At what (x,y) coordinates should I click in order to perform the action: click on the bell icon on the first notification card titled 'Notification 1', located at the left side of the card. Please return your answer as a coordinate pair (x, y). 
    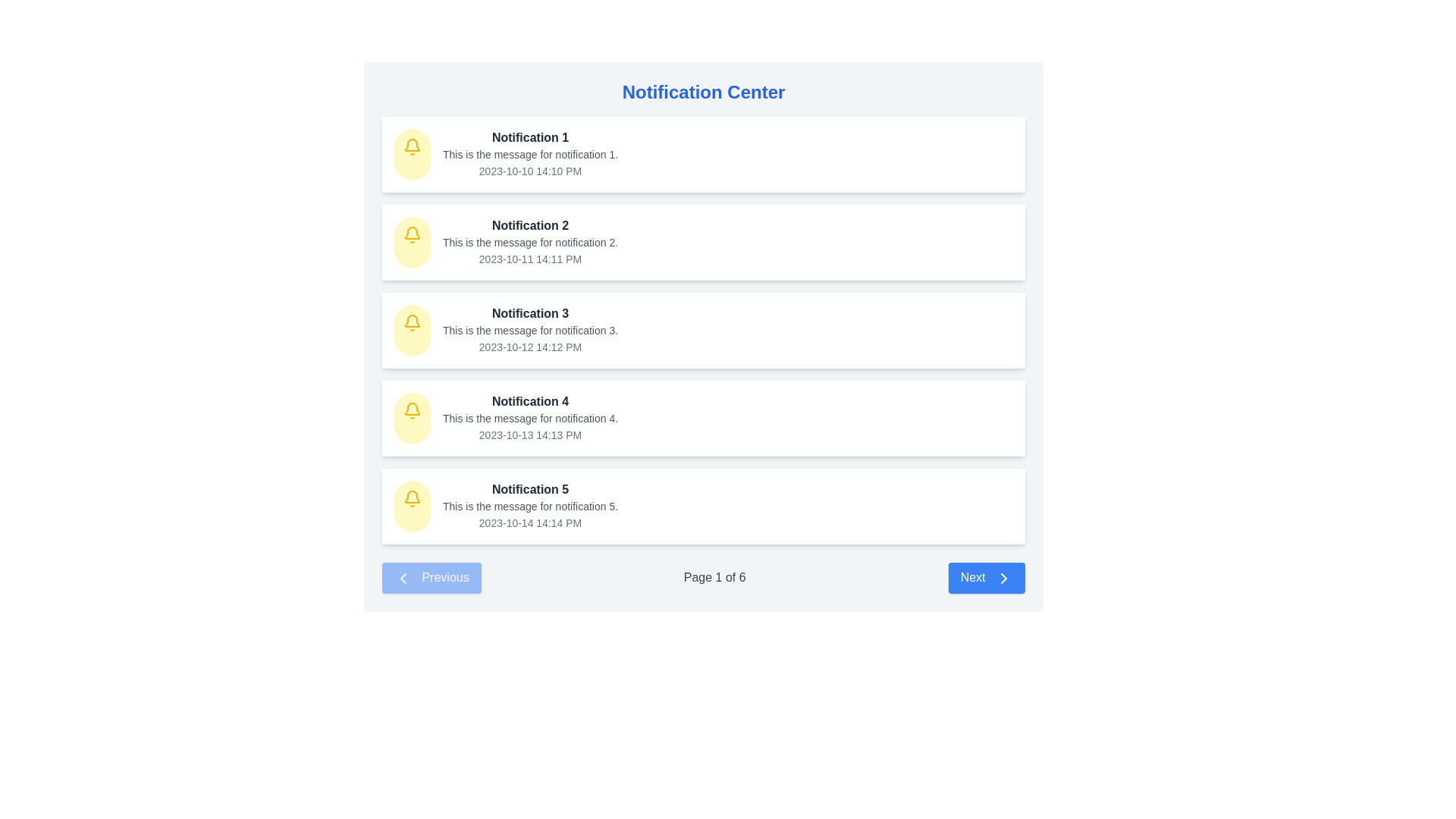
    Looking at the image, I should click on (412, 497).